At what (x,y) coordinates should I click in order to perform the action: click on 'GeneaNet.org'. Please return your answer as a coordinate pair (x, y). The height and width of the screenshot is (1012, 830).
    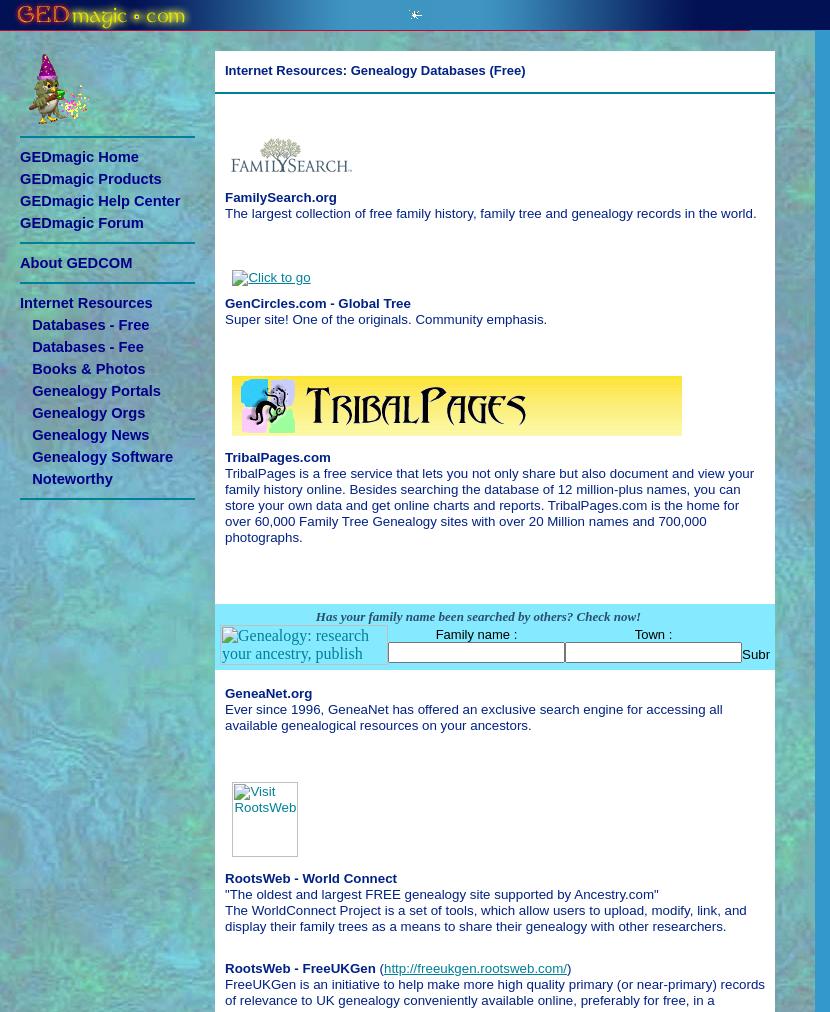
    Looking at the image, I should click on (268, 692).